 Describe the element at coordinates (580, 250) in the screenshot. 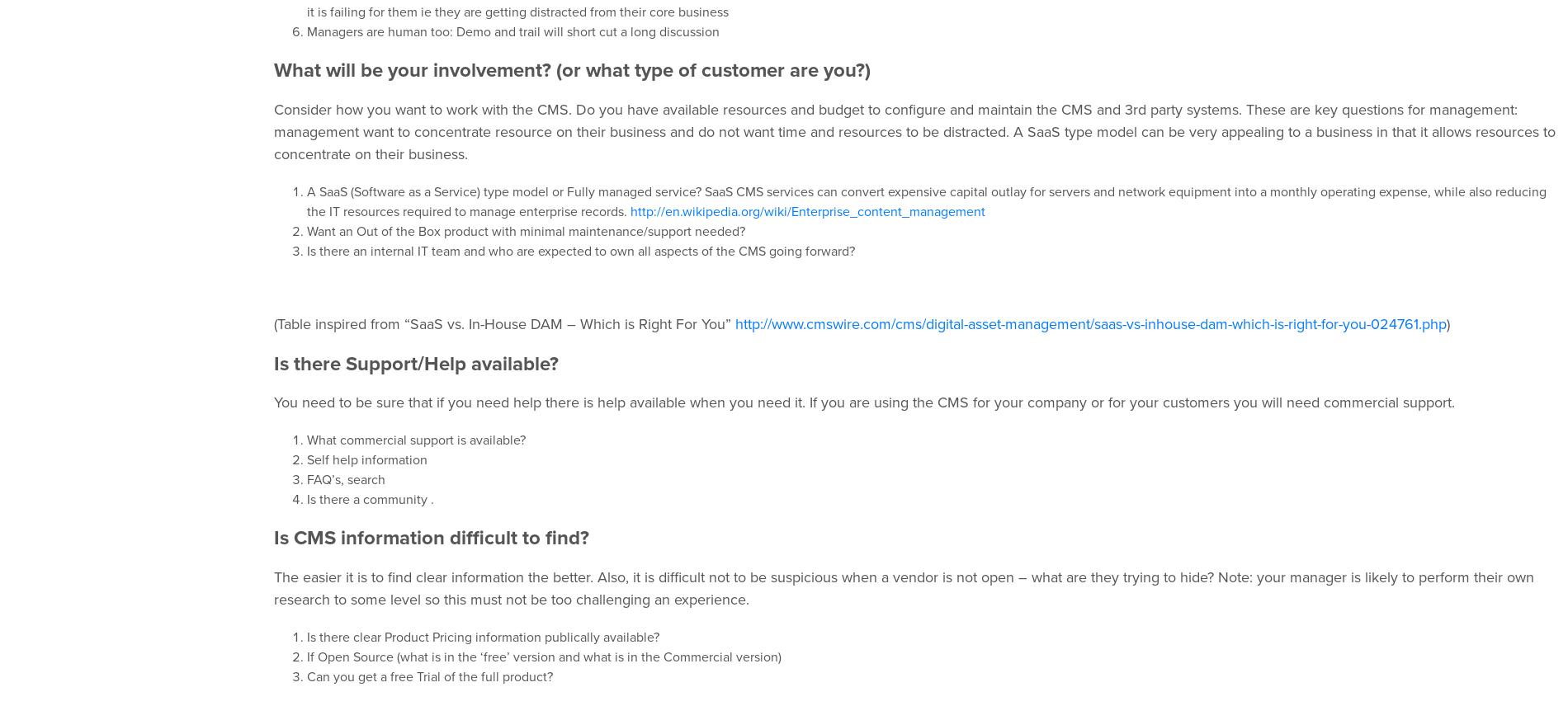

I see `'Is there an internal IT team and who are expected to own all aspects of the CMS going forward?'` at that location.